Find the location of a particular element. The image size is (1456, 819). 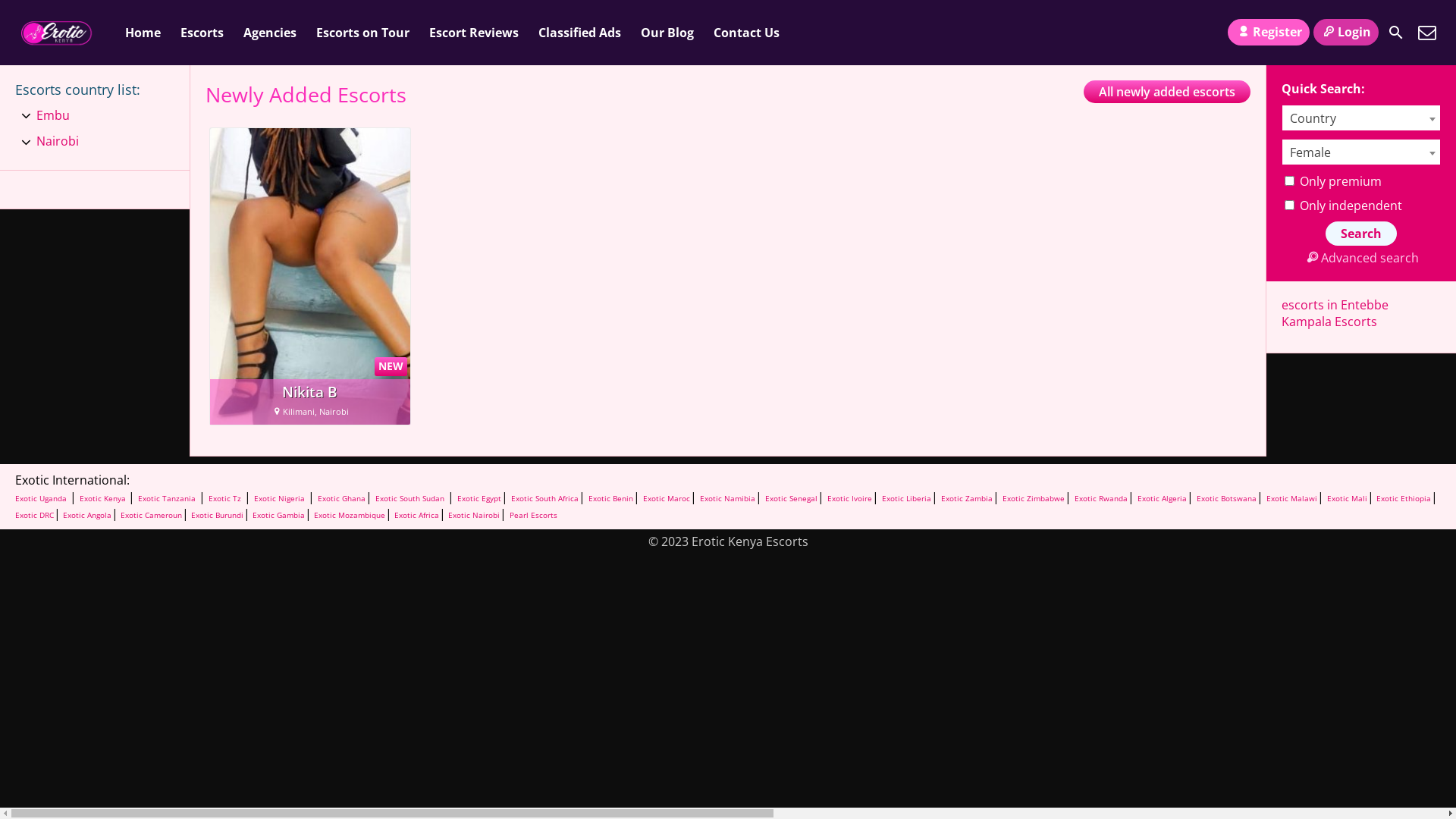

'Exotic Nairobi' is located at coordinates (445, 513).